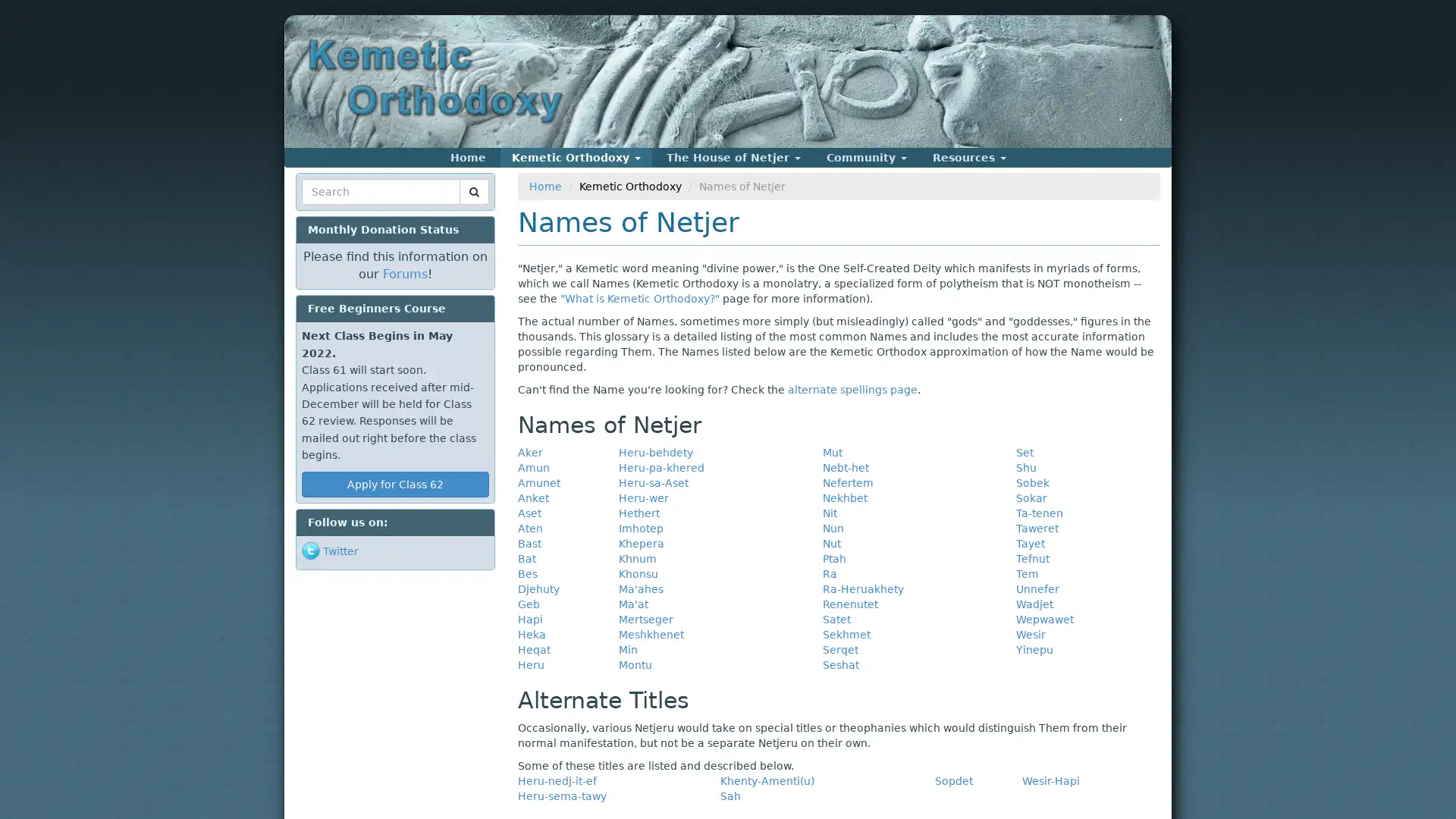 This screenshot has width=1456, height=819. What do you see at coordinates (330, 210) in the screenshot?
I see `Search` at bounding box center [330, 210].